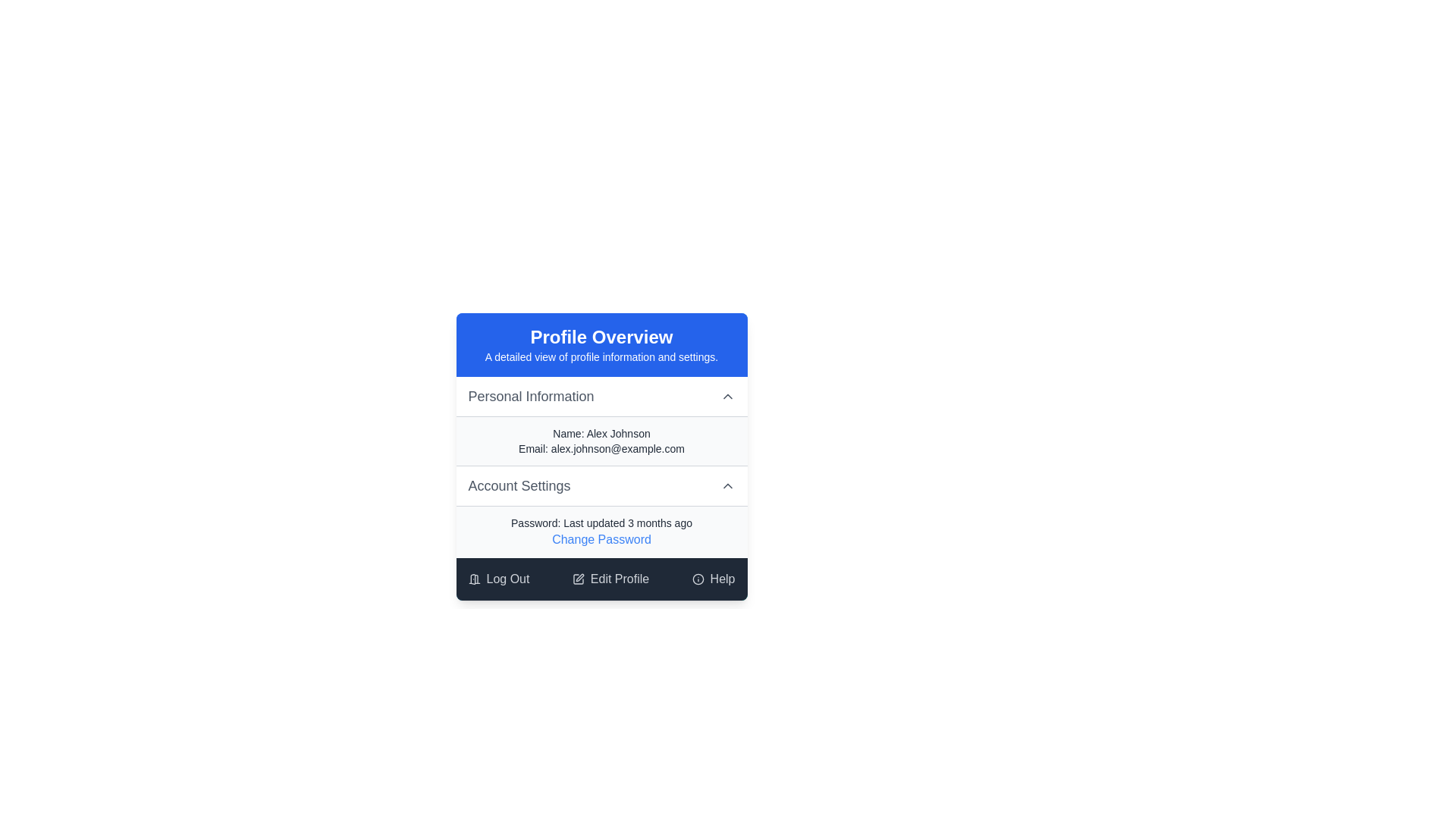 Image resolution: width=1456 pixels, height=819 pixels. I want to click on the email address text label that displays the user's email, located centrally under the 'Personal Information' section of the interface, so click(601, 447).